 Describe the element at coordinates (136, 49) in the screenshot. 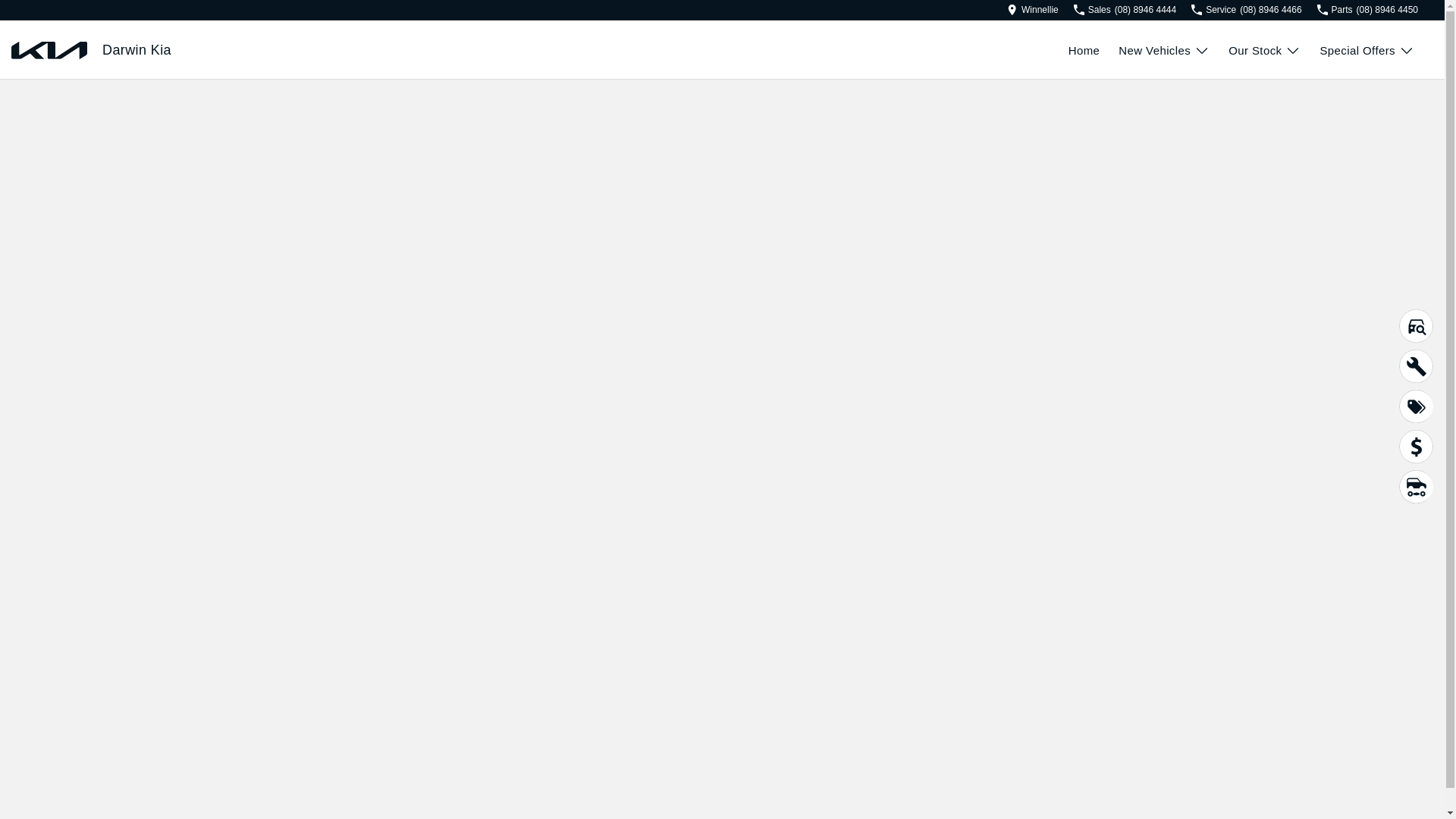

I see `'Darwin Kia'` at that location.